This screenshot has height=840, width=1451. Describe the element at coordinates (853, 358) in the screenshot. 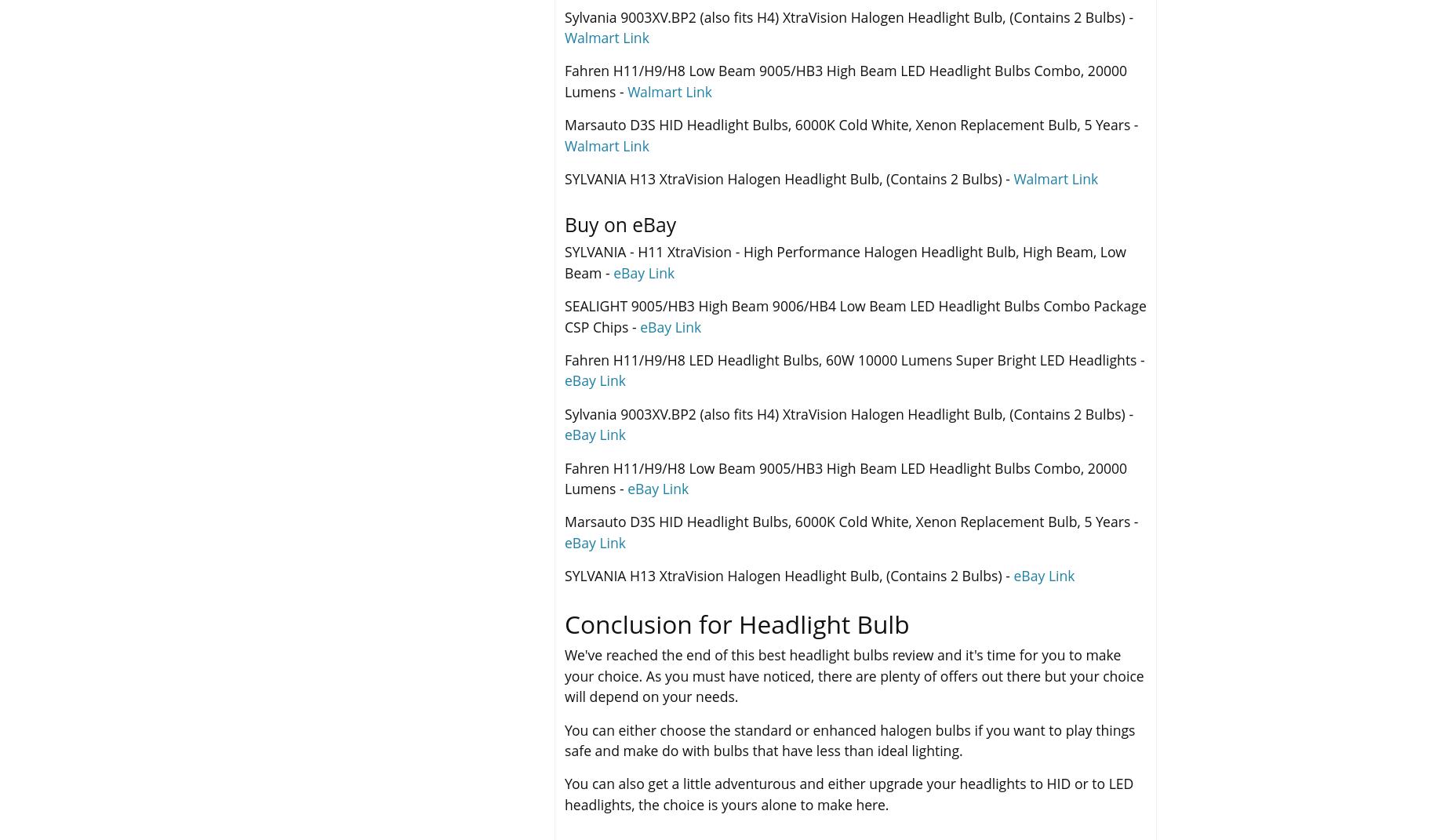

I see `'Fahren H11/H9/H8 LED Headlight Bulbs, 60W 10000 Lumens Super Bright LED Headlights -'` at that location.